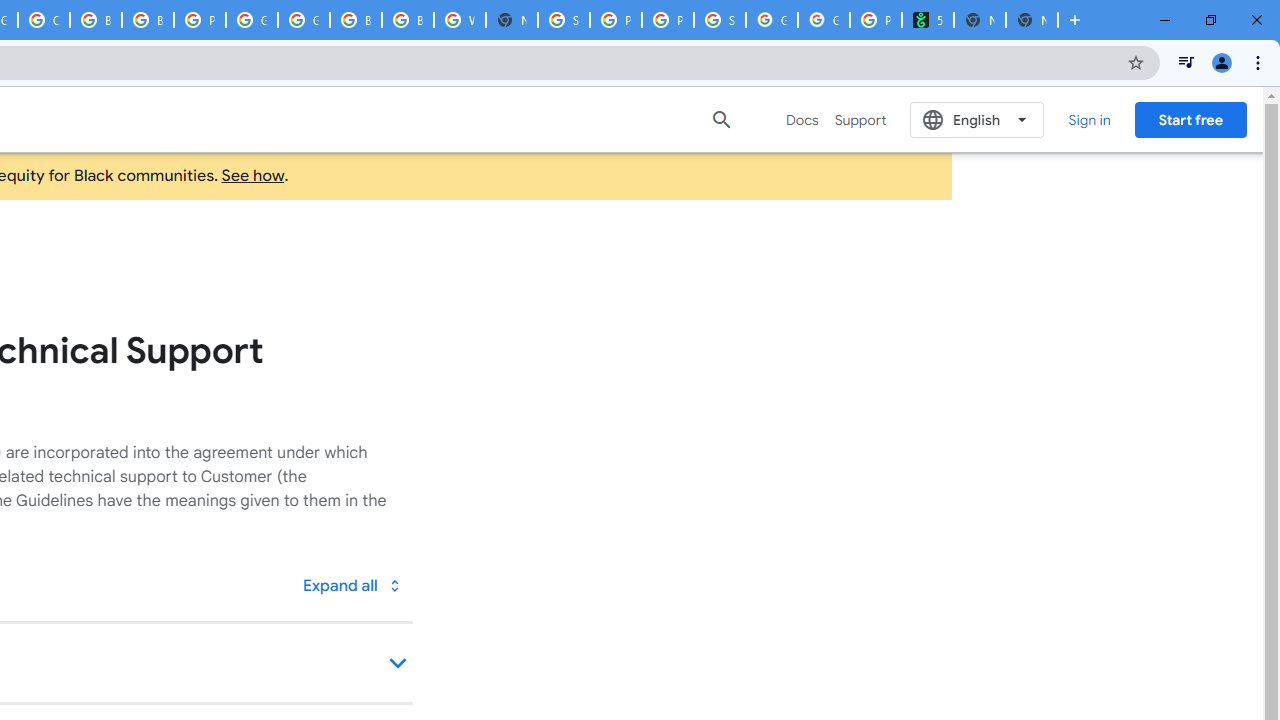  I want to click on 'New Tab', so click(1032, 20).